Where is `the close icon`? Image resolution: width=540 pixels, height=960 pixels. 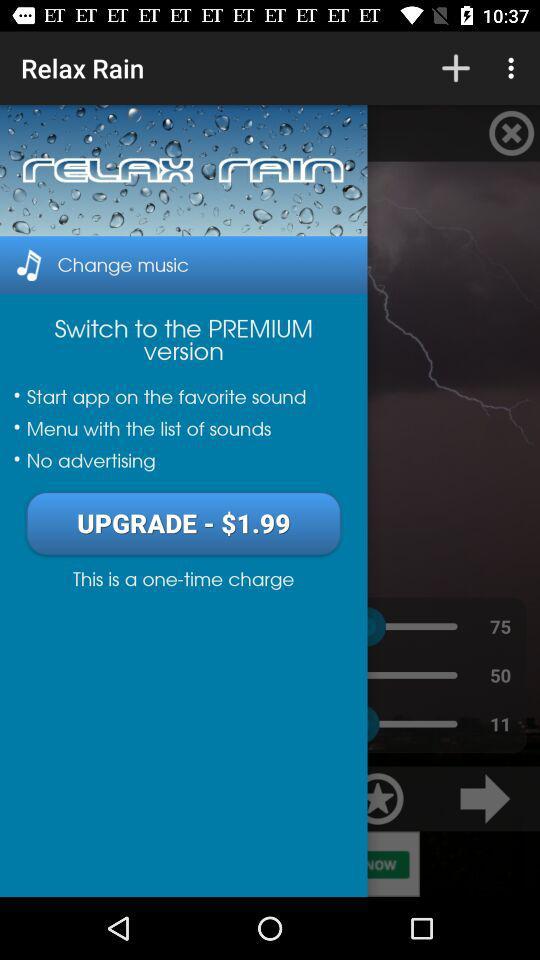 the close icon is located at coordinates (511, 132).